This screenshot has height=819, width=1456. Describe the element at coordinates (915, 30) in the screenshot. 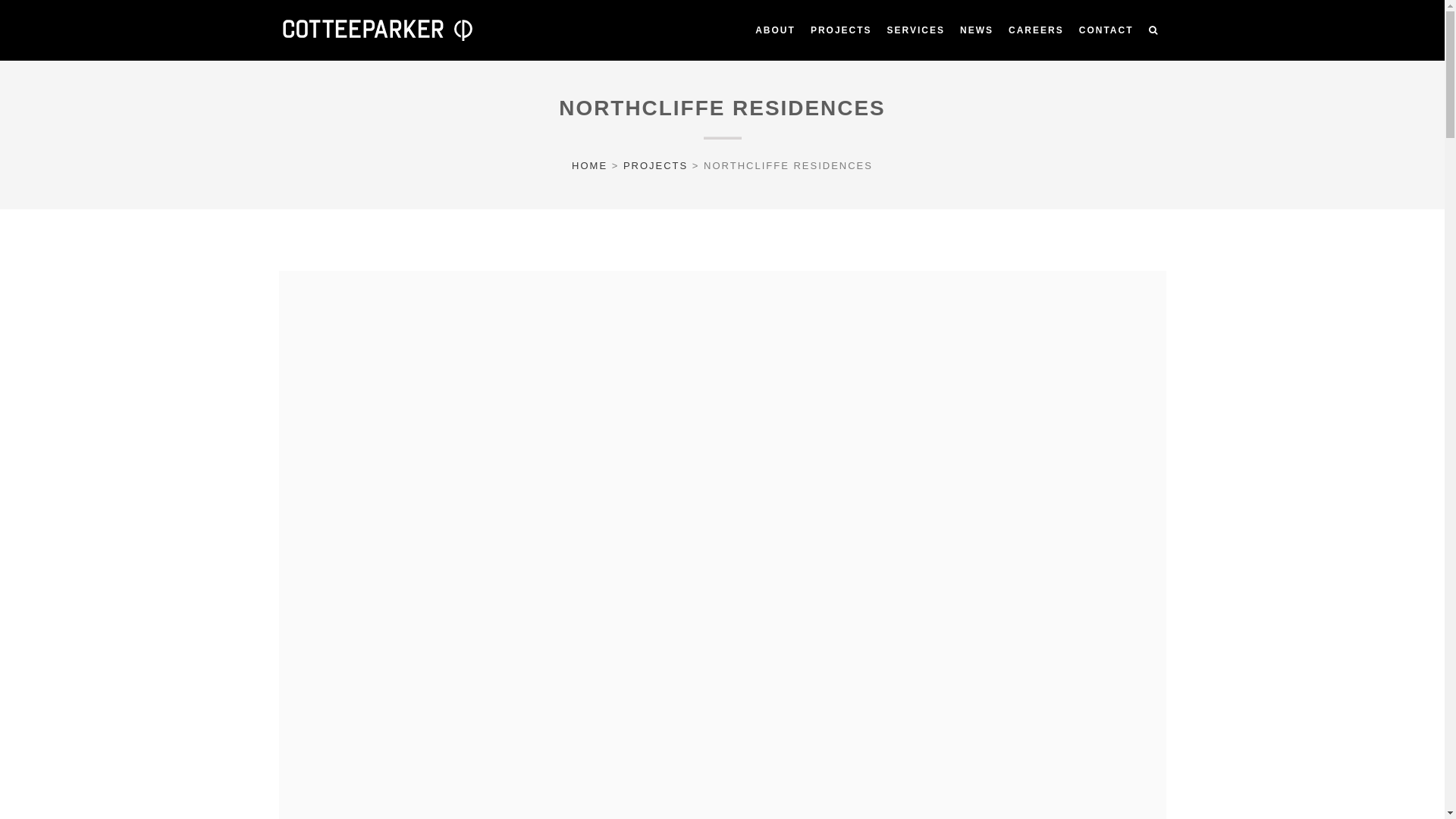

I see `'SERVICES'` at that location.